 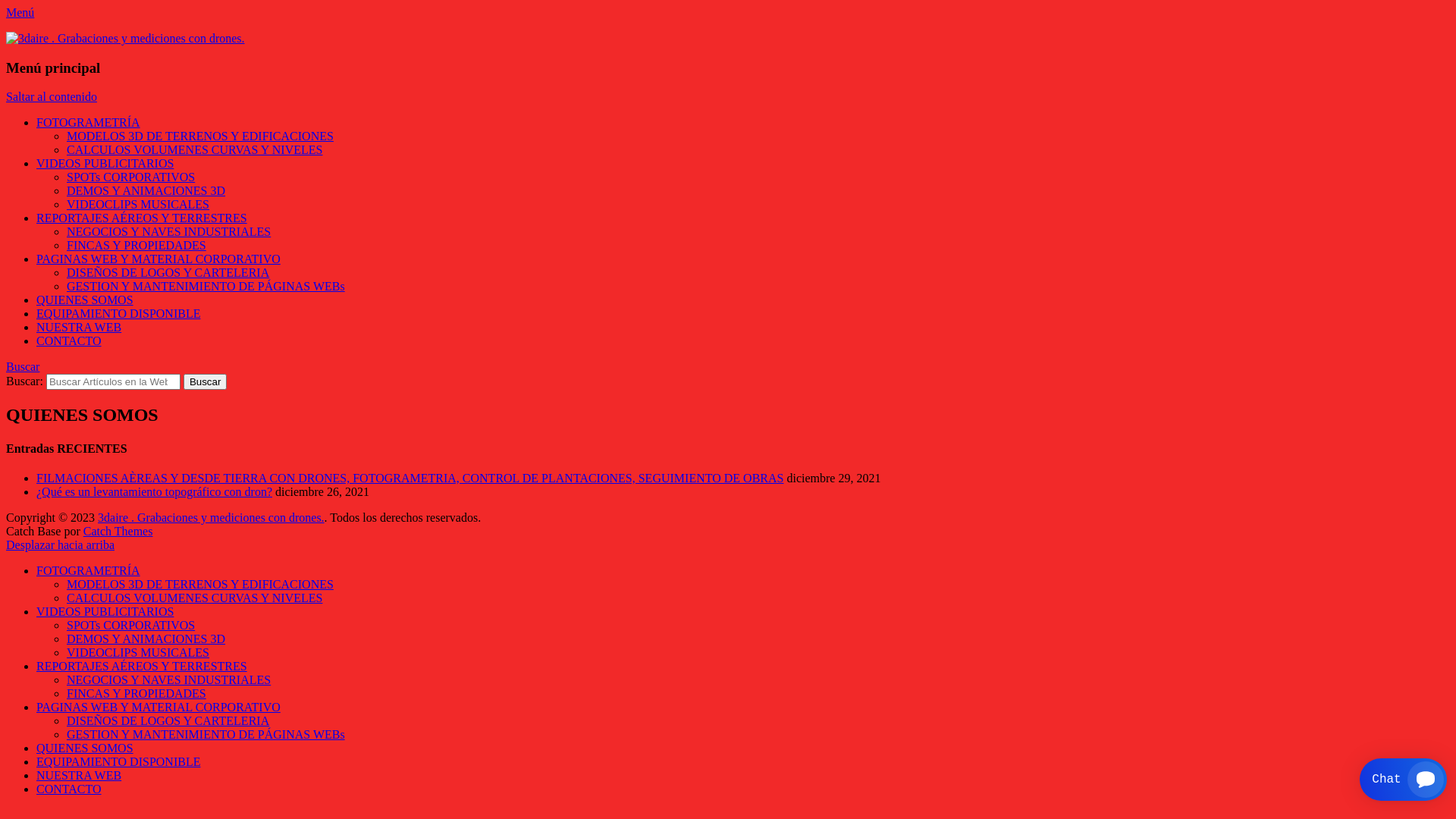 I want to click on 'FINCAS Y PROPIEDADES', so click(x=136, y=693).